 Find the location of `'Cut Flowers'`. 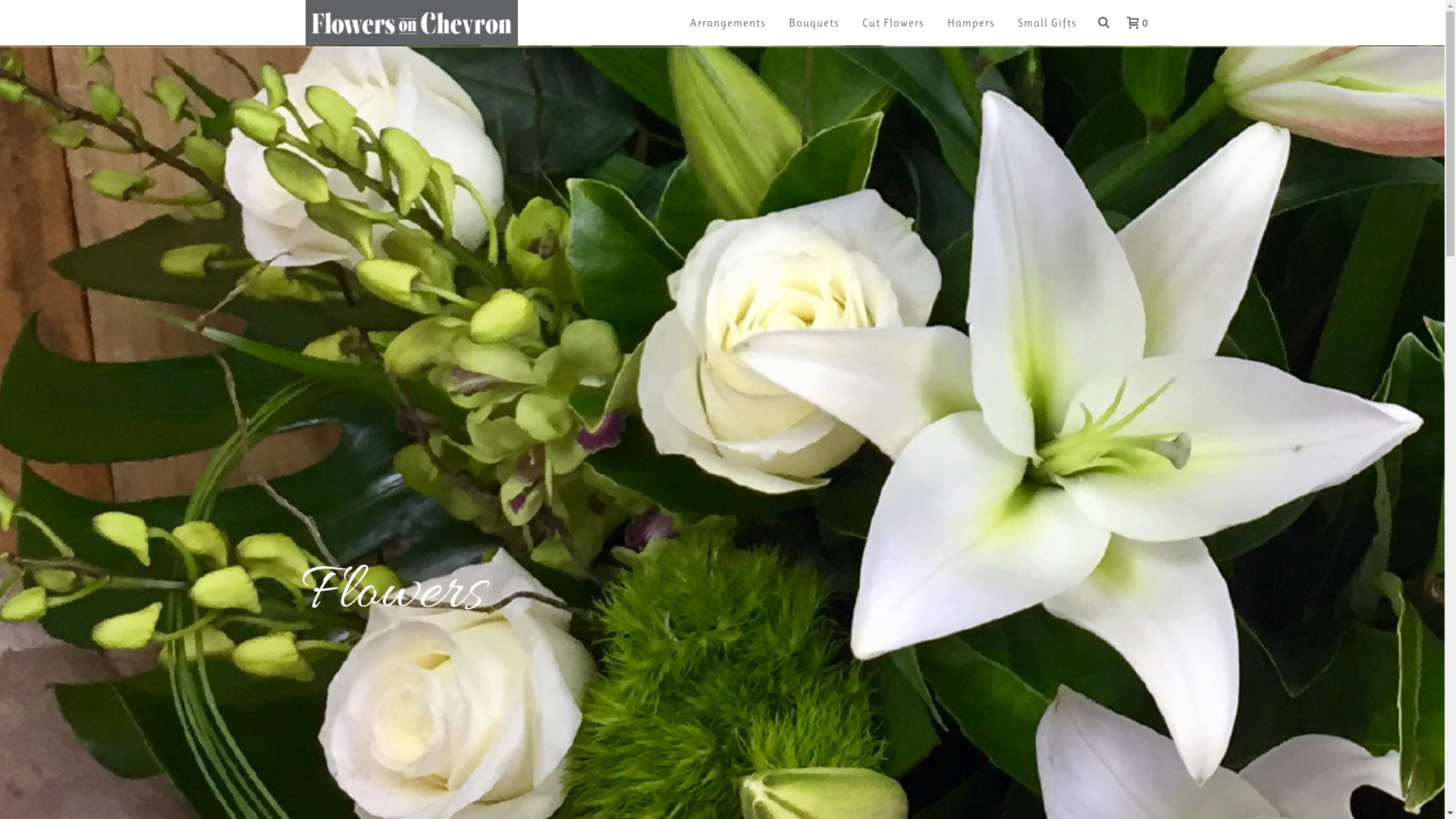

'Cut Flowers' is located at coordinates (893, 23).